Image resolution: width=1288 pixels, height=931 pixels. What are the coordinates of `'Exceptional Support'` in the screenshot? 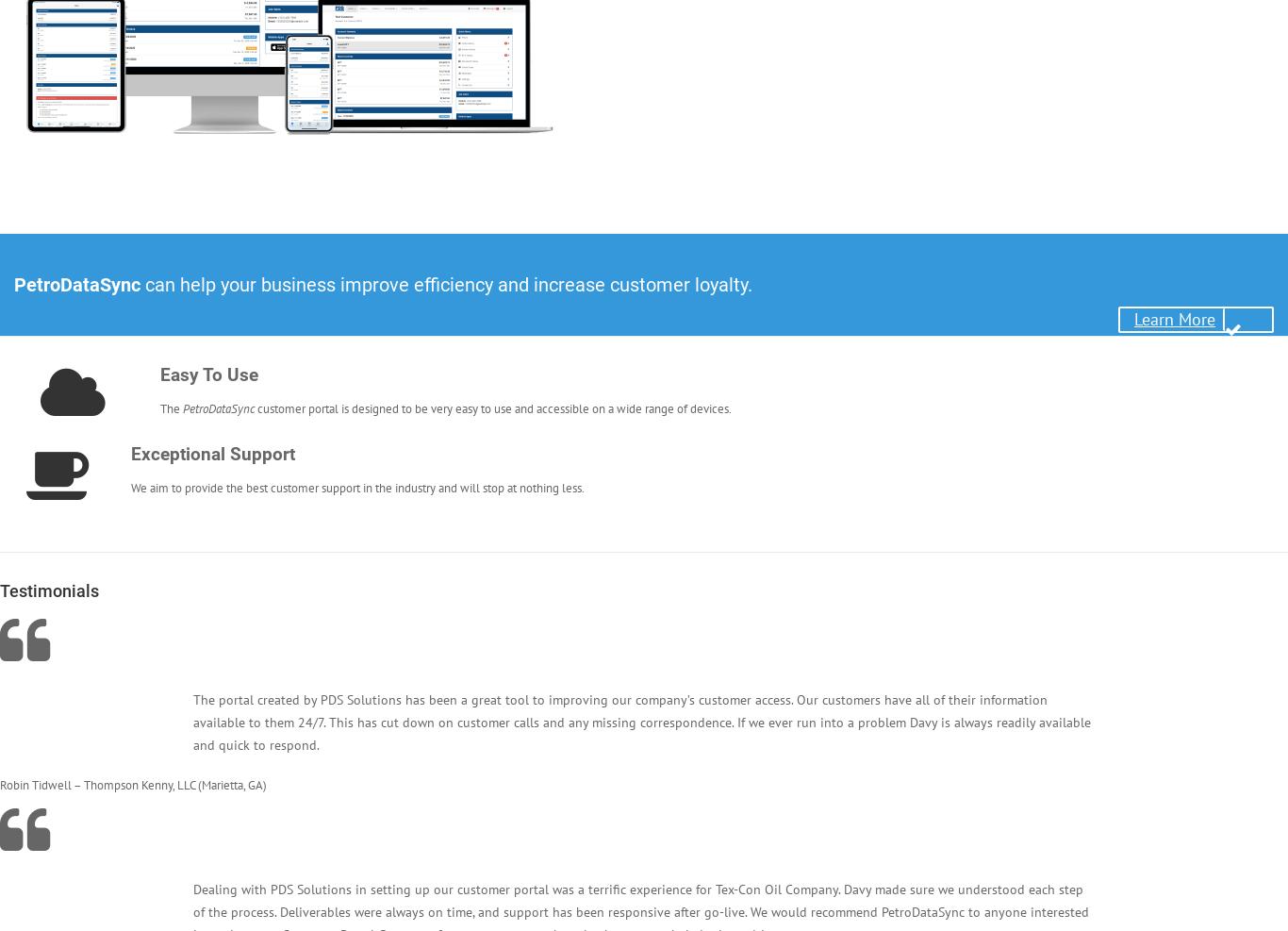 It's located at (211, 453).